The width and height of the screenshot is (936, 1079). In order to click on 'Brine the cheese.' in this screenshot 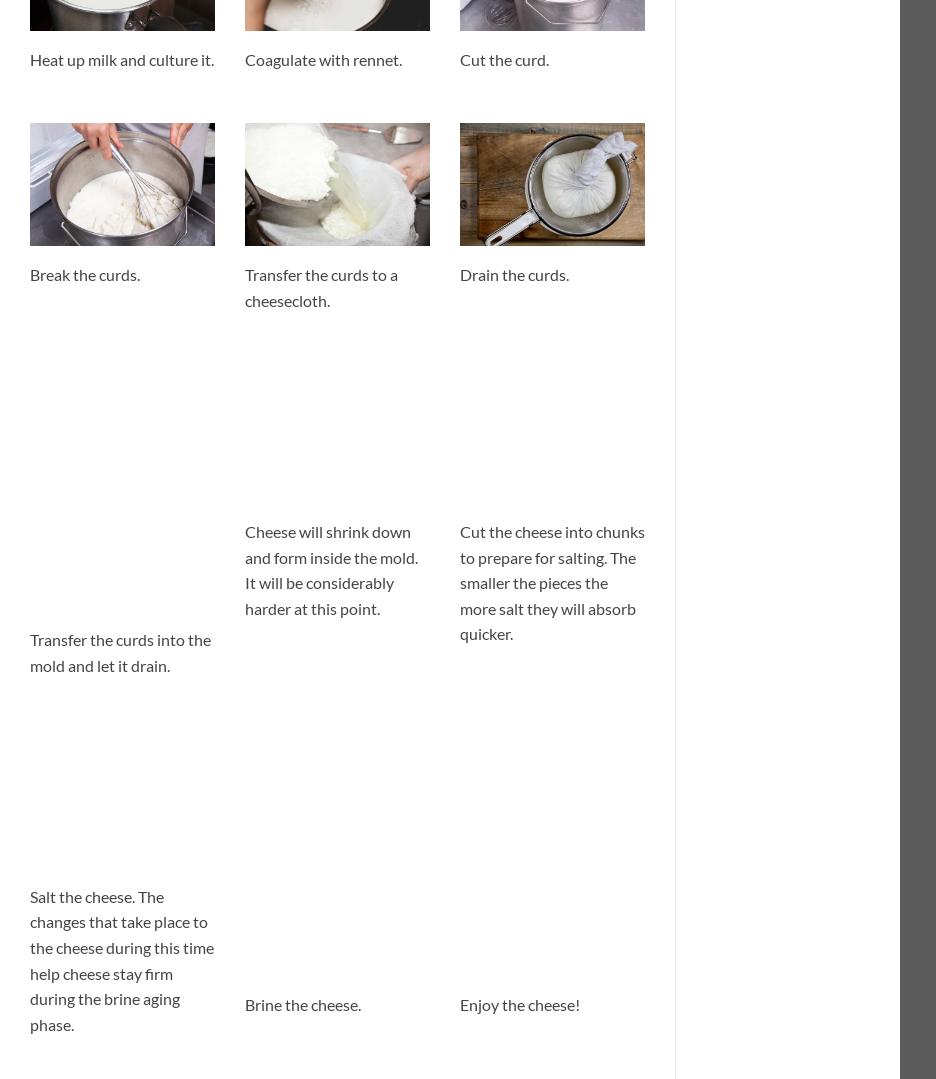, I will do `click(302, 1003)`.